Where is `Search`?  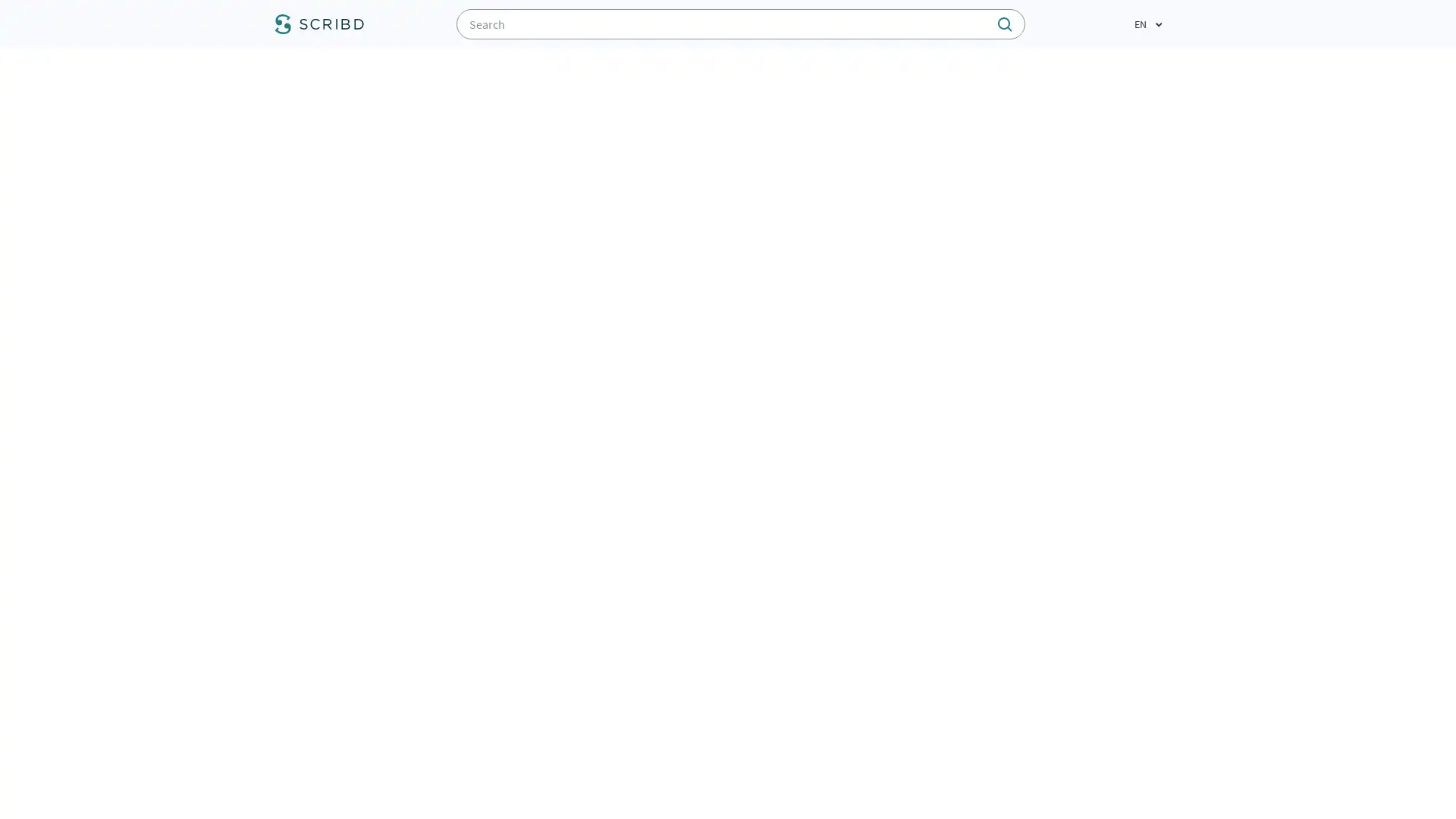 Search is located at coordinates (779, 24).